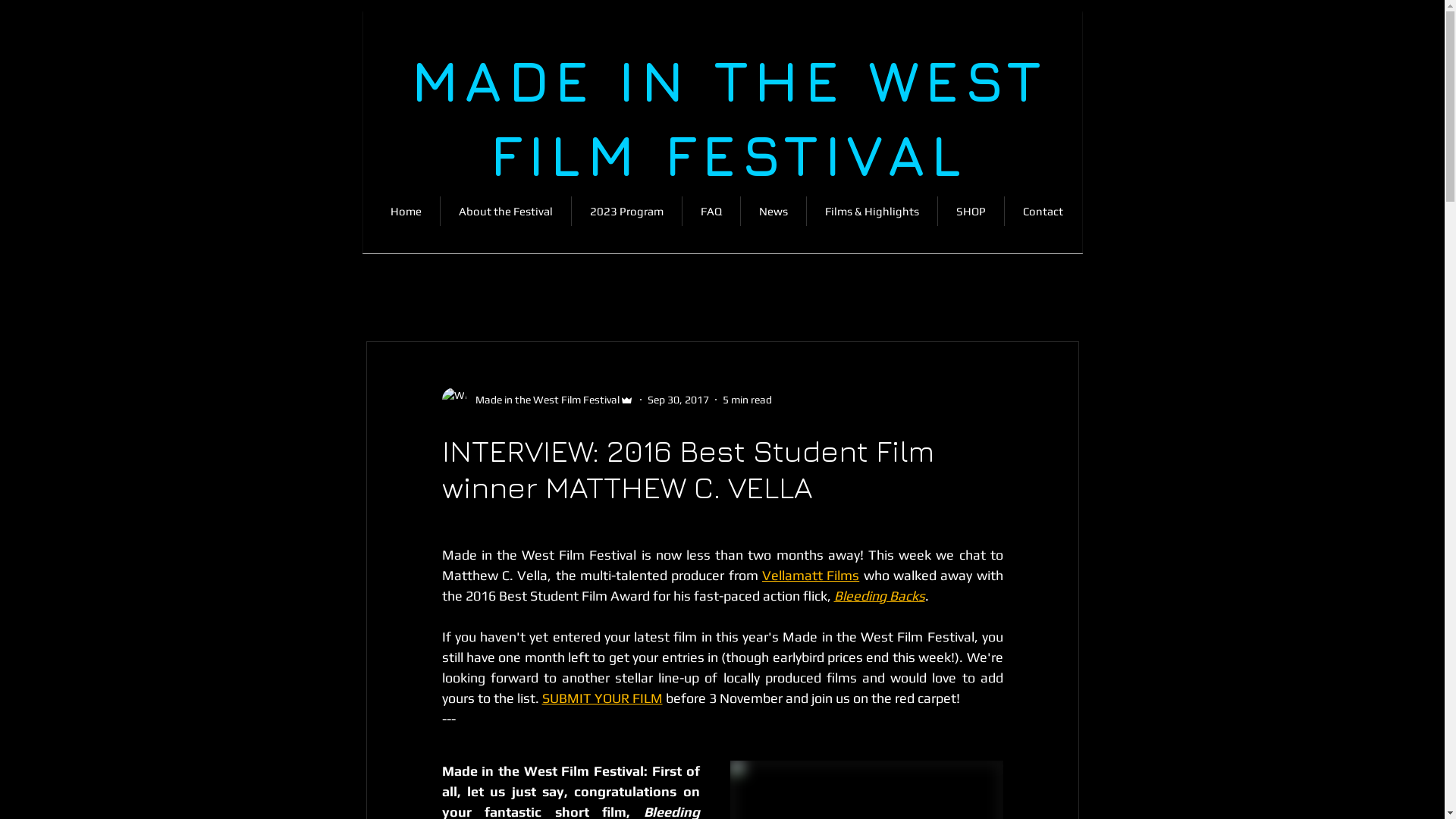 This screenshot has height=819, width=1456. Describe the element at coordinates (872, 211) in the screenshot. I see `'Films & Highlights'` at that location.